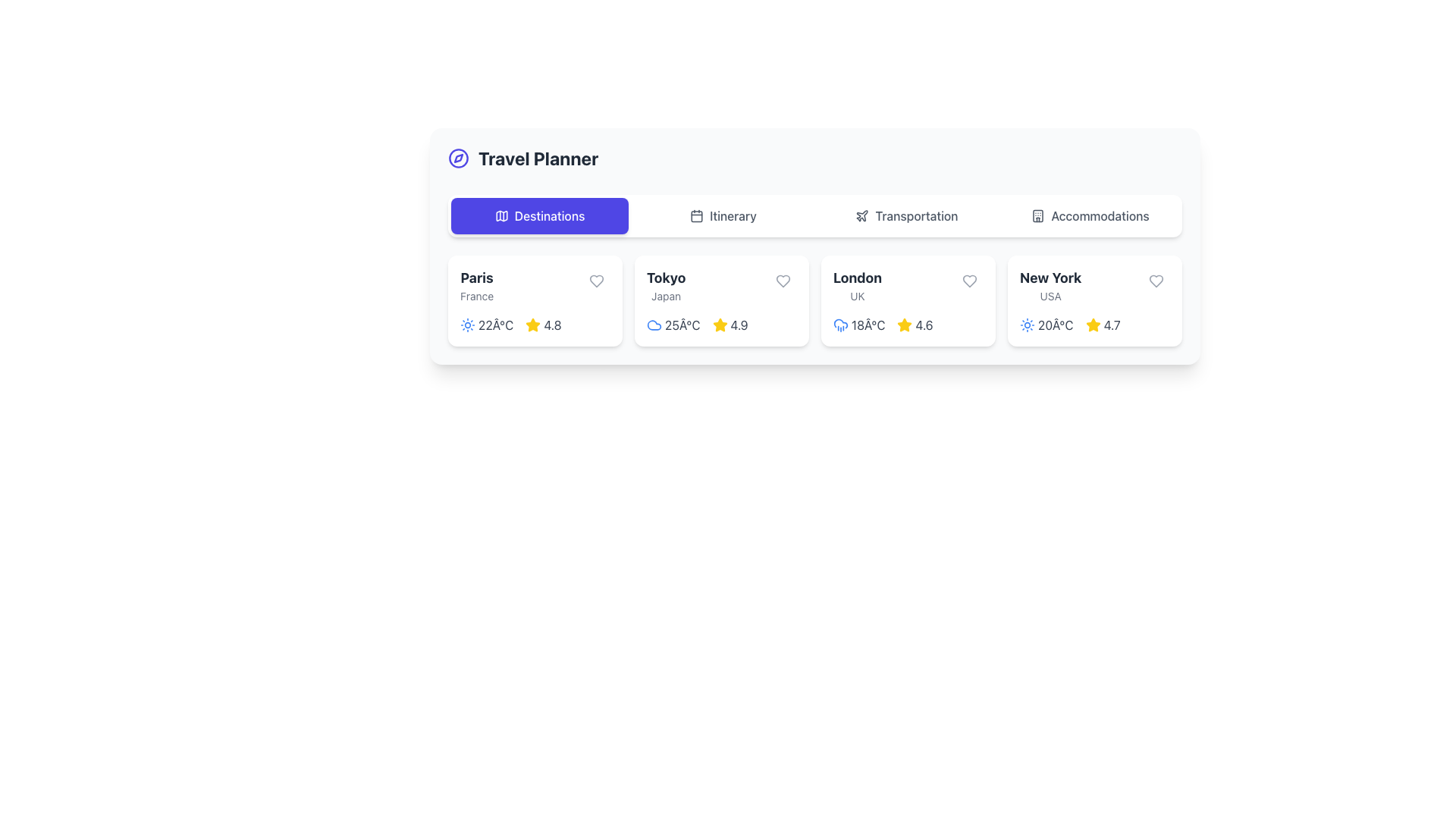 The height and width of the screenshot is (819, 1456). I want to click on the card displaying information about the travel destination 'Paris', which is the first card in the 'Destinations' section with a white background and rounded corners, so click(535, 301).